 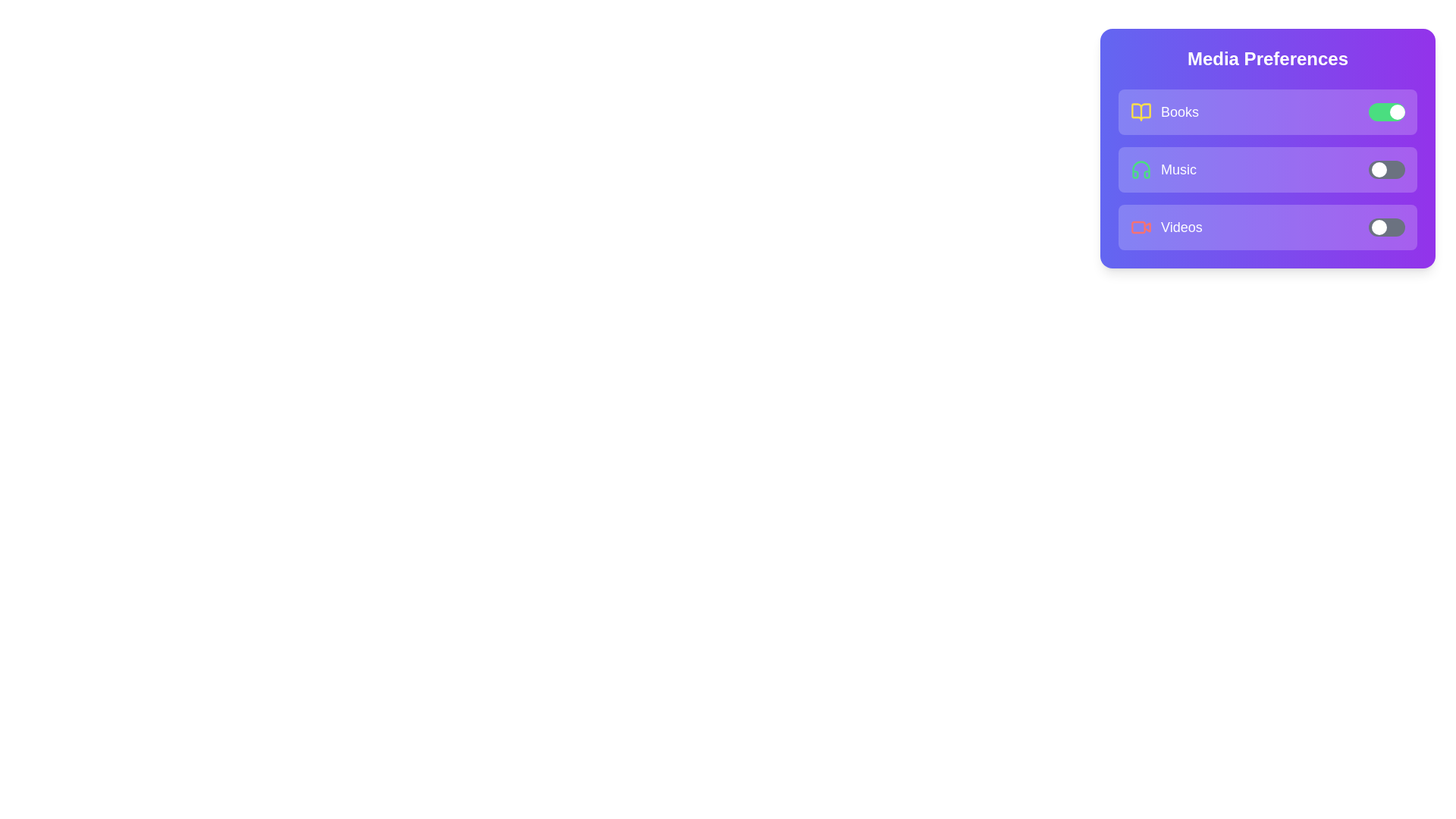 What do you see at coordinates (1166, 227) in the screenshot?
I see `label text of the 'Videos' category, which is represented by a Label with Icon positioned below 'Music' and above a toggle switch in the 'Media Preferences' card` at bounding box center [1166, 227].